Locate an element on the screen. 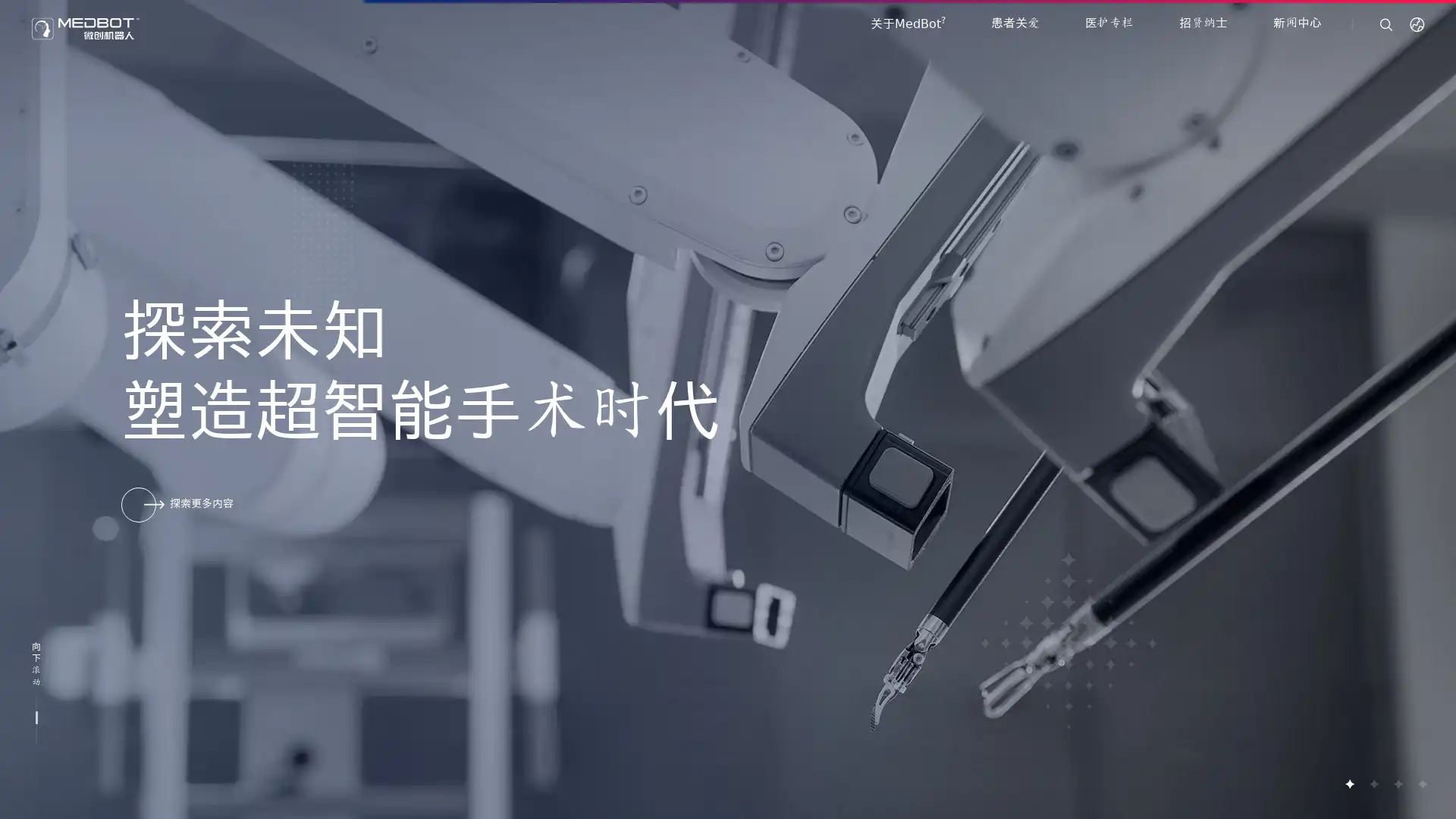 This screenshot has height=819, width=1456. Go to slide 1 is located at coordinates (1349, 783).